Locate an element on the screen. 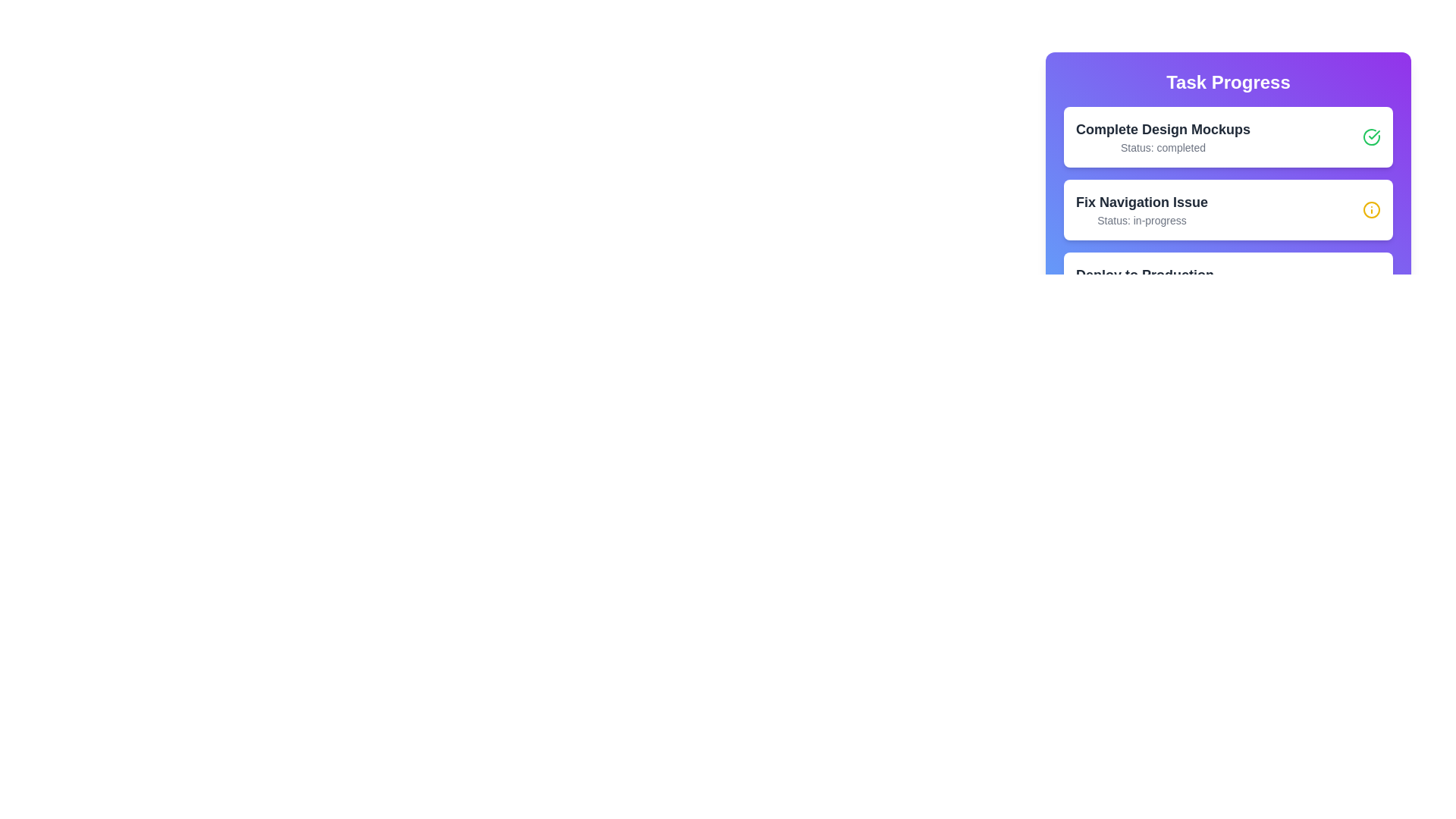 This screenshot has width=1456, height=819. the status icon corresponding to the task Complete Design Mockups is located at coordinates (1372, 137).